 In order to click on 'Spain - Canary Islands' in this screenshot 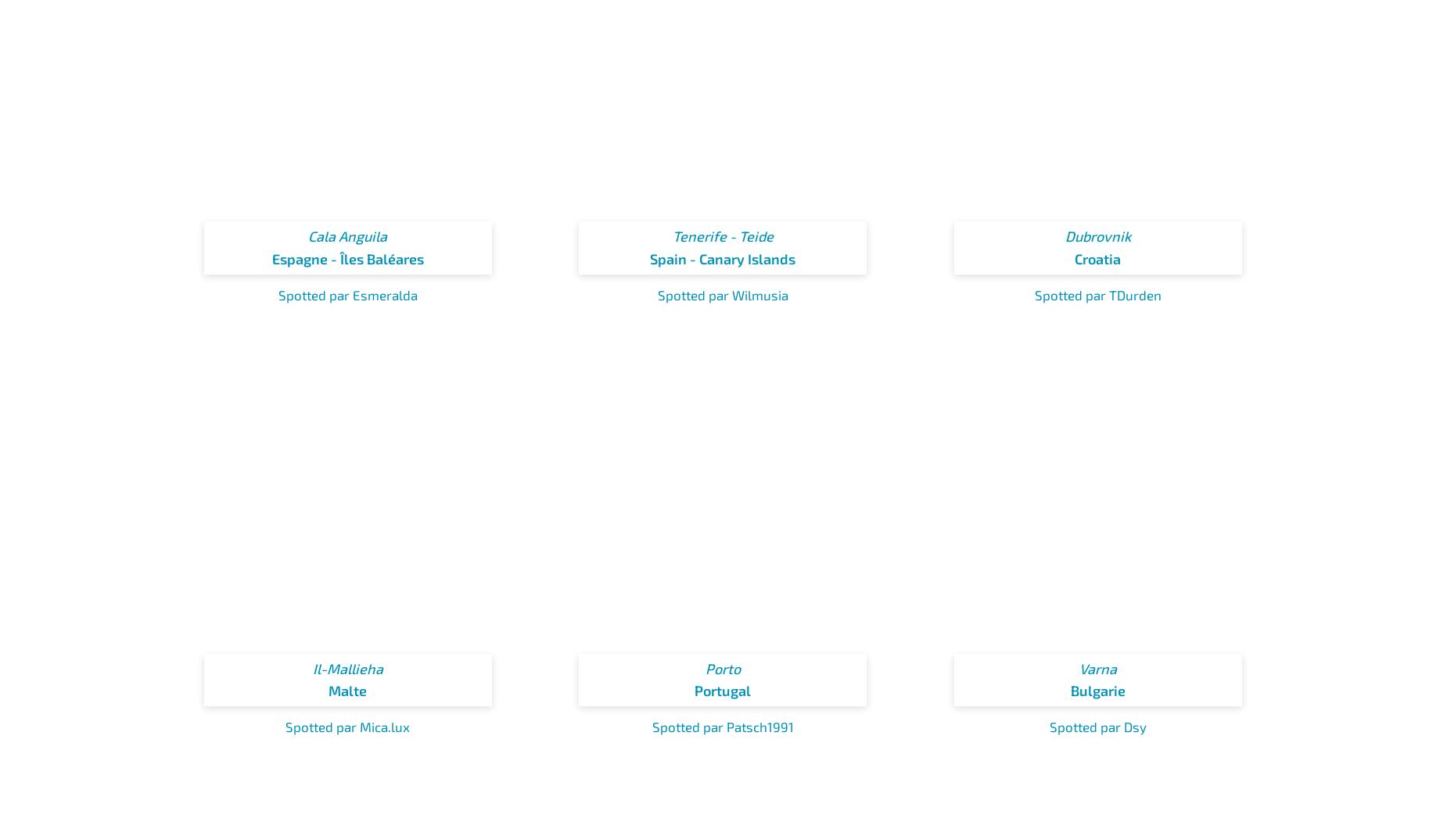, I will do `click(723, 258)`.